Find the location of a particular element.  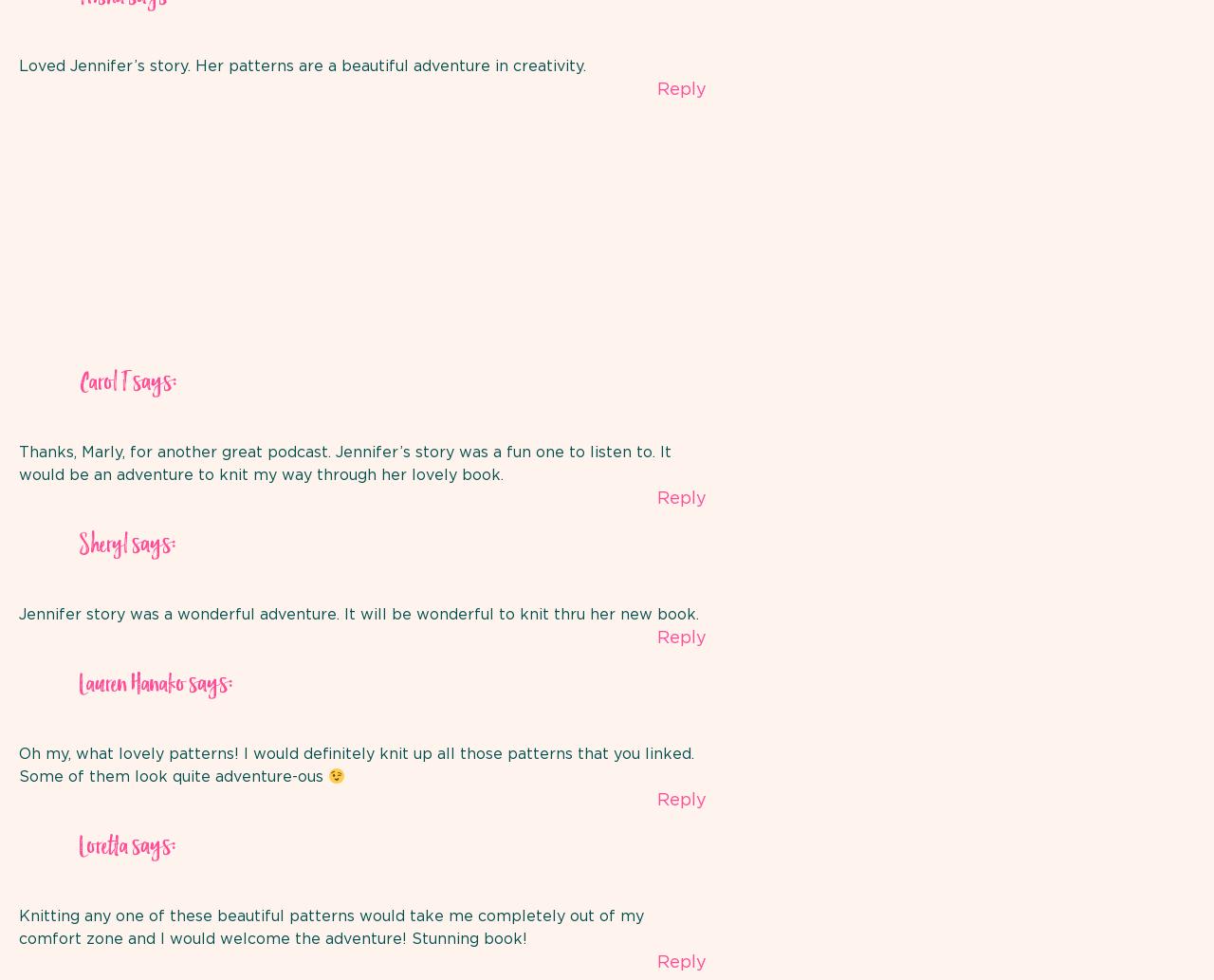

'Loretta' is located at coordinates (102, 846).